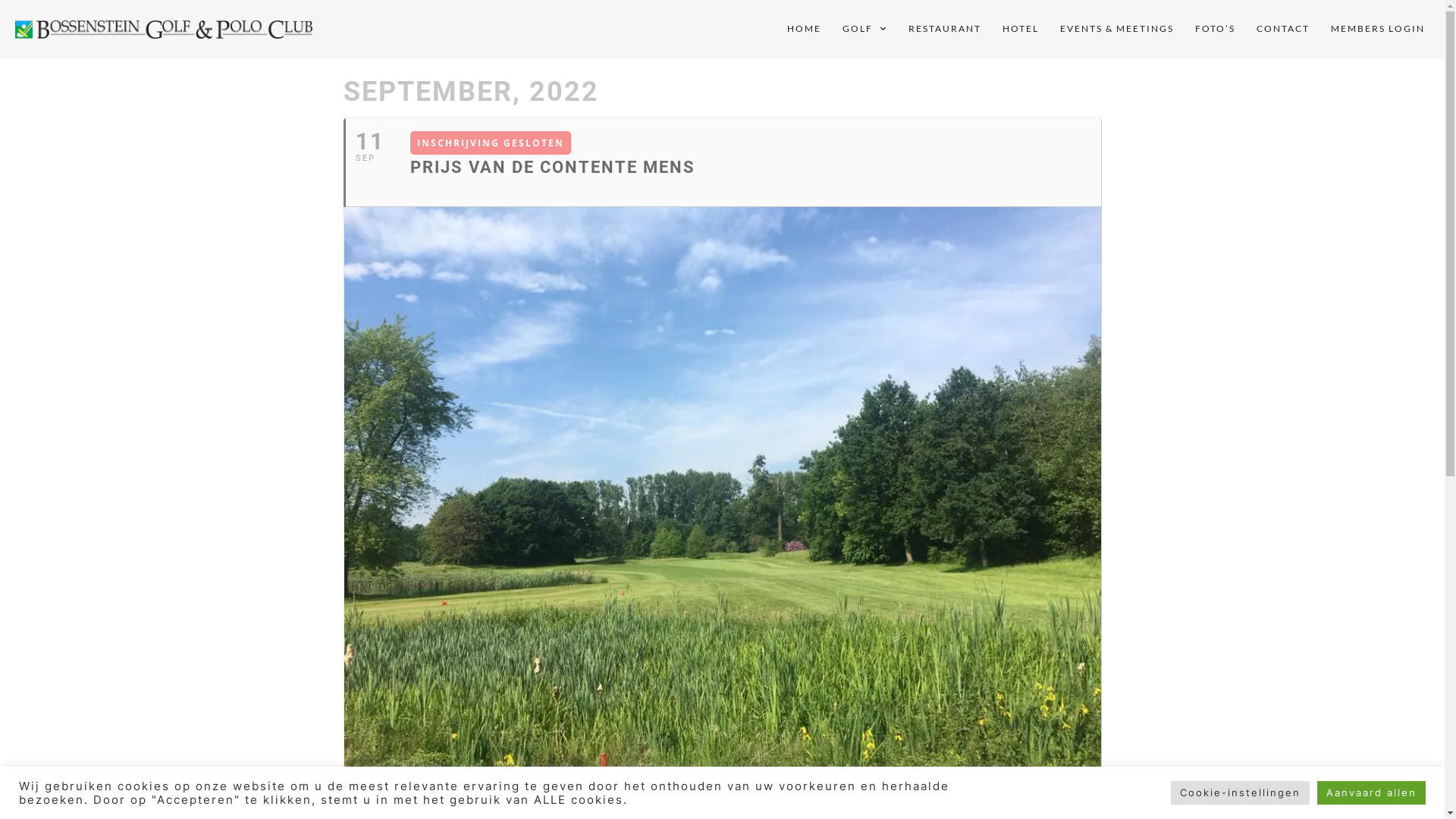 The height and width of the screenshot is (819, 1456). I want to click on 'EVENTS & MEETINGS', so click(1117, 29).